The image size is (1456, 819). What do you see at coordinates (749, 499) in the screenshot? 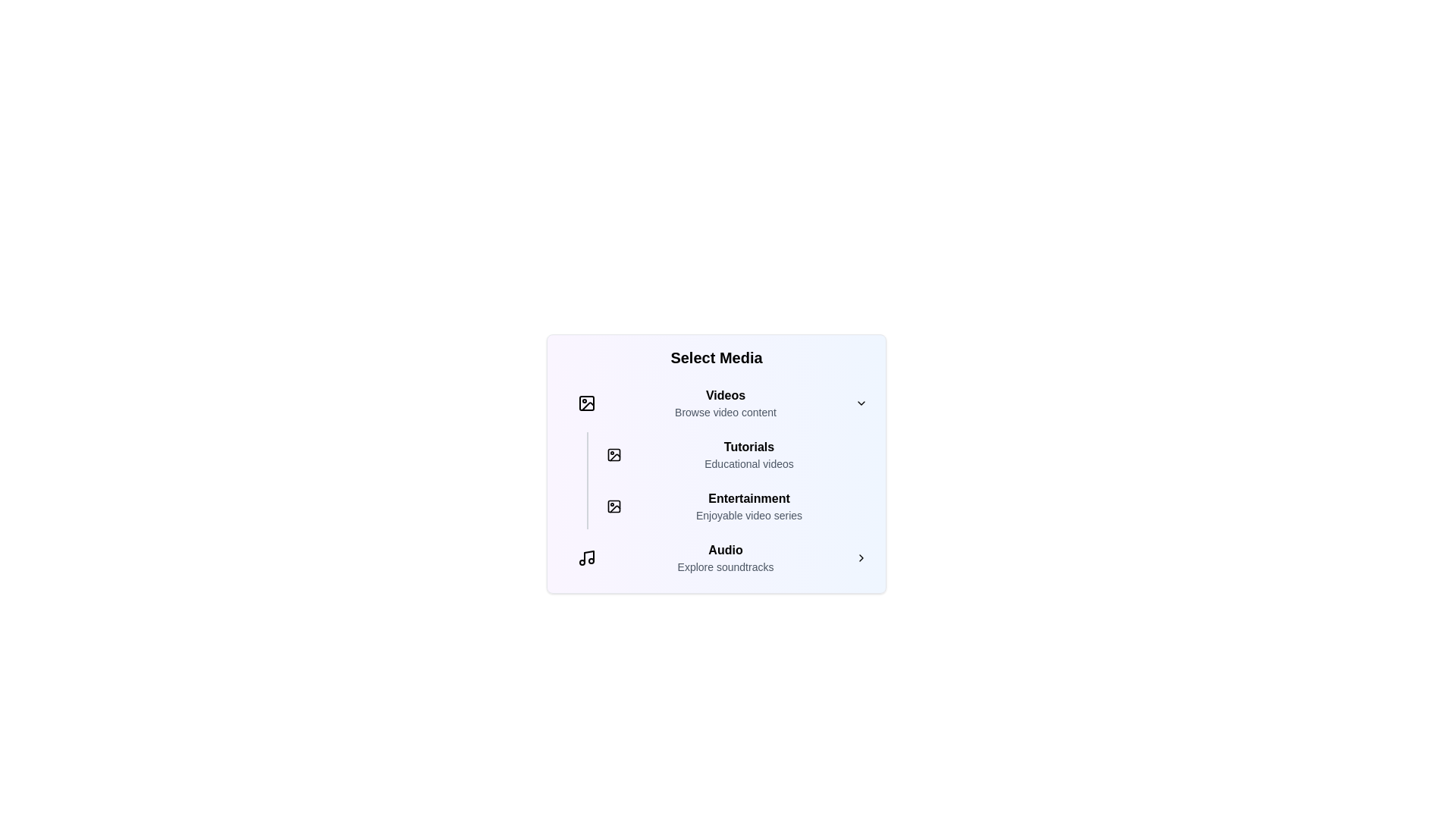
I see `the bold text label reading 'Entertainment'` at bounding box center [749, 499].